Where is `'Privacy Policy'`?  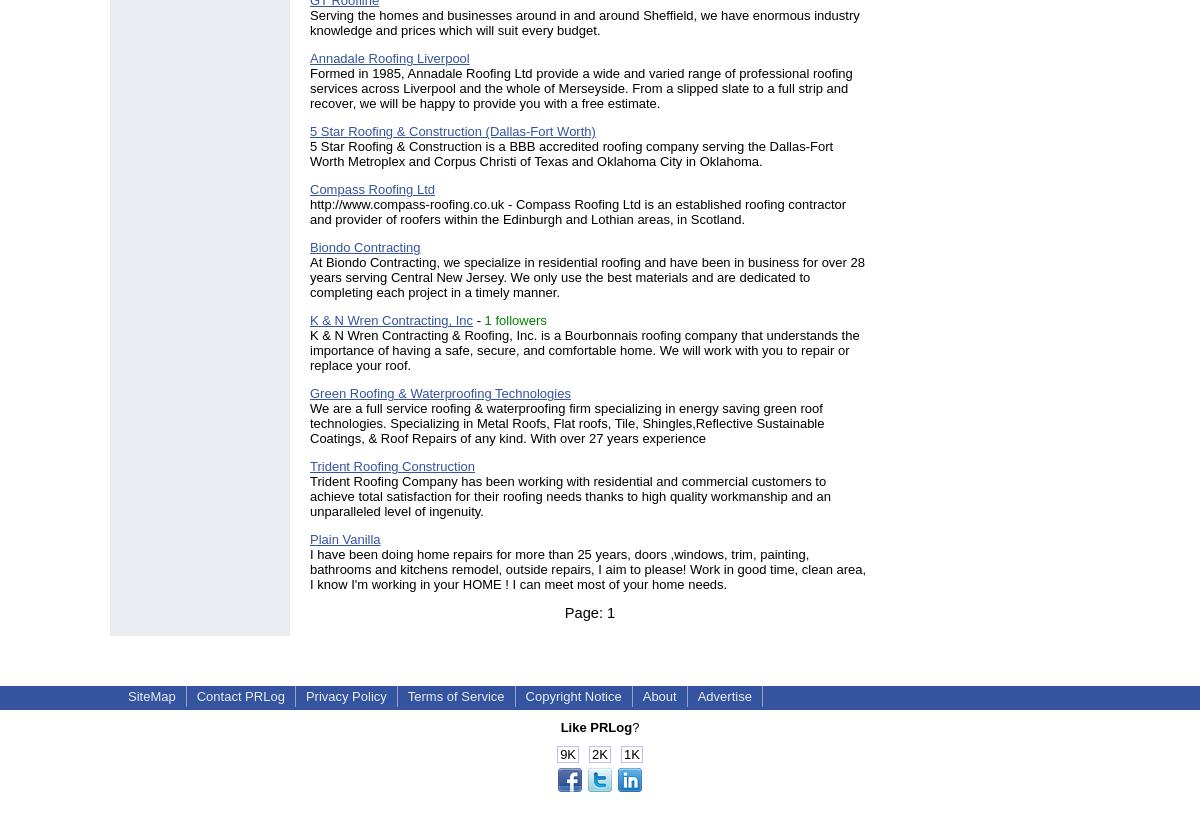
'Privacy Policy' is located at coordinates (345, 696).